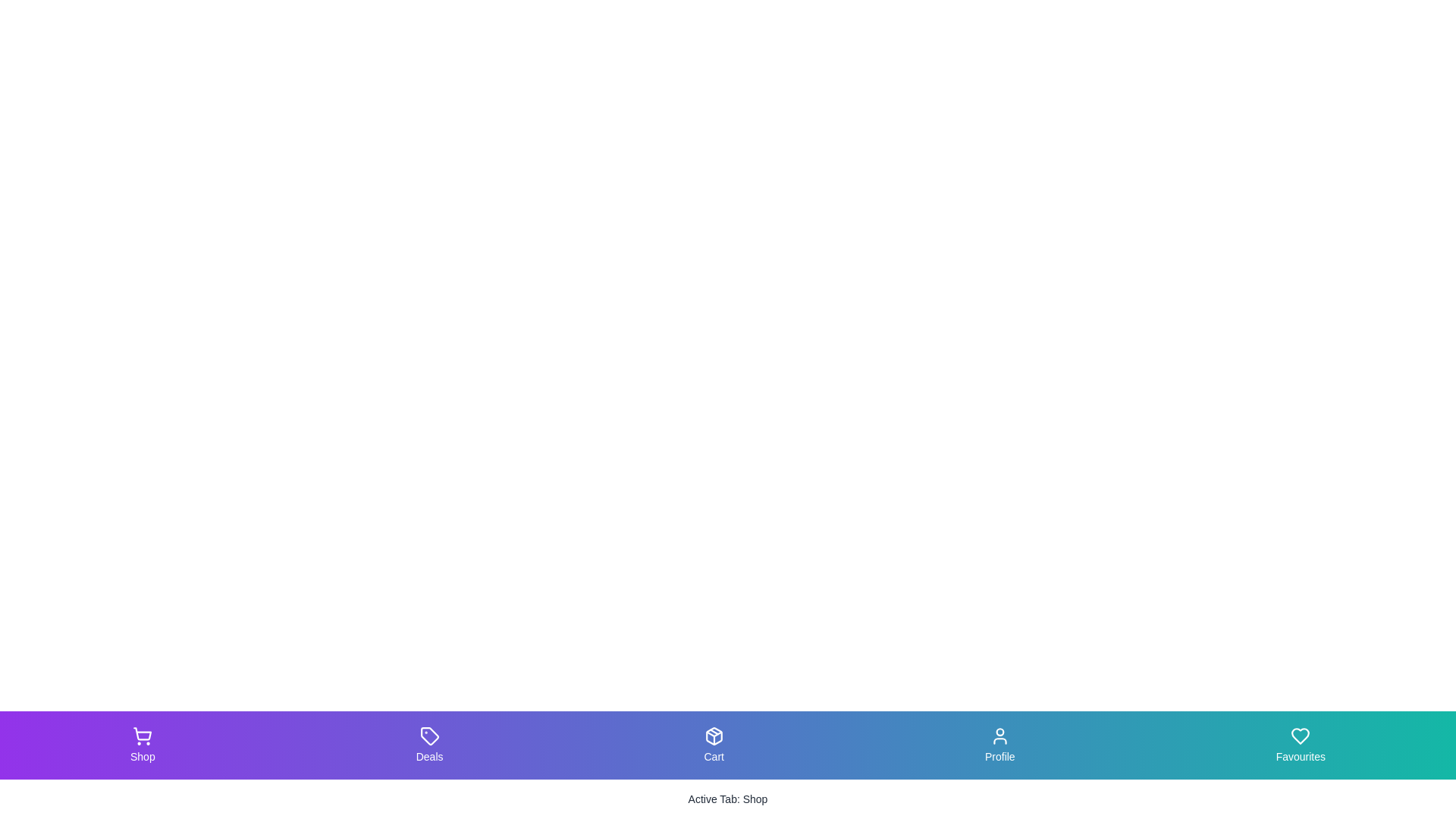 The image size is (1456, 819). What do you see at coordinates (428, 745) in the screenshot?
I see `the tab labeled Deals to view its hover effect` at bounding box center [428, 745].